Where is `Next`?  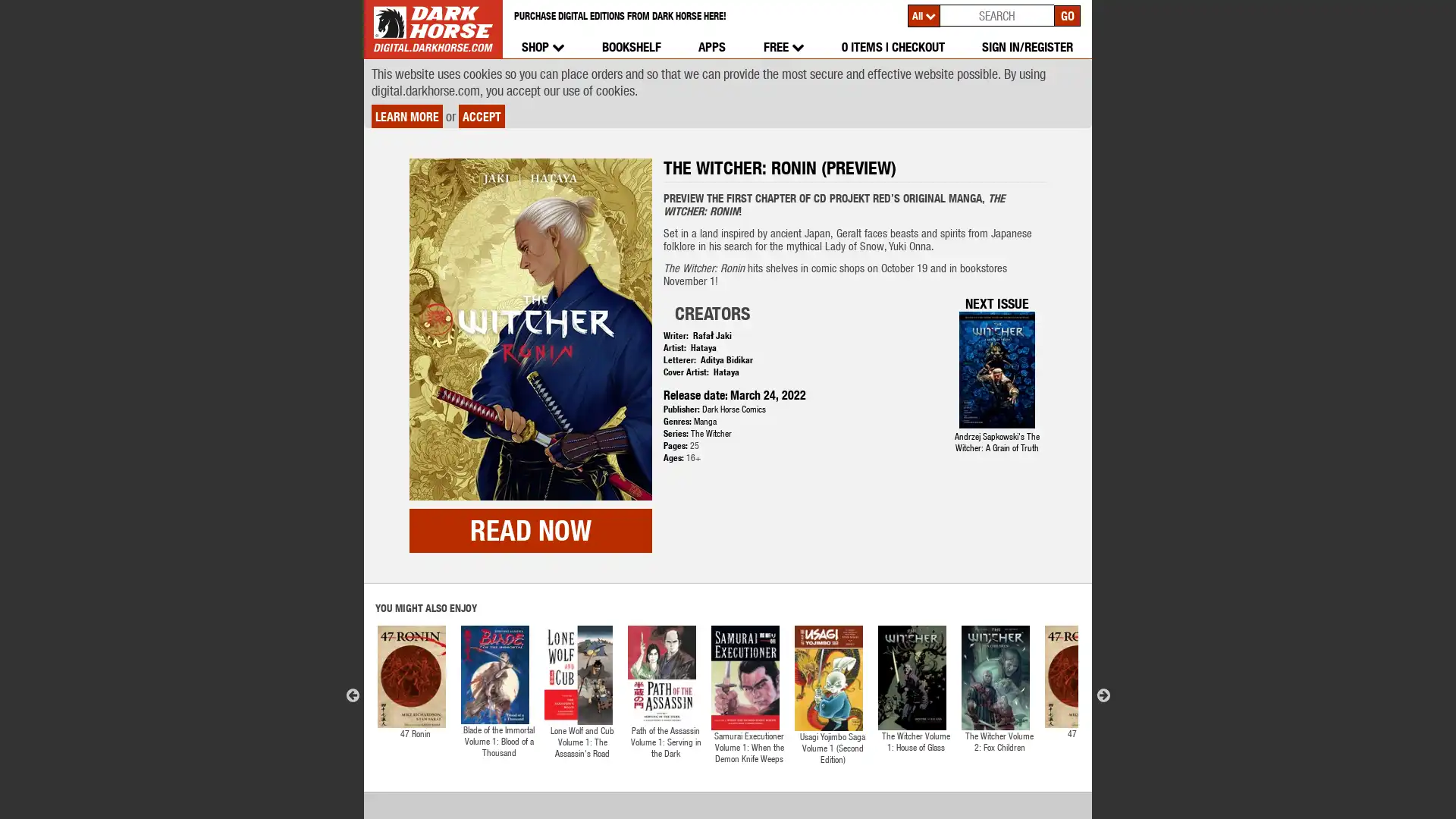
Next is located at coordinates (1103, 626).